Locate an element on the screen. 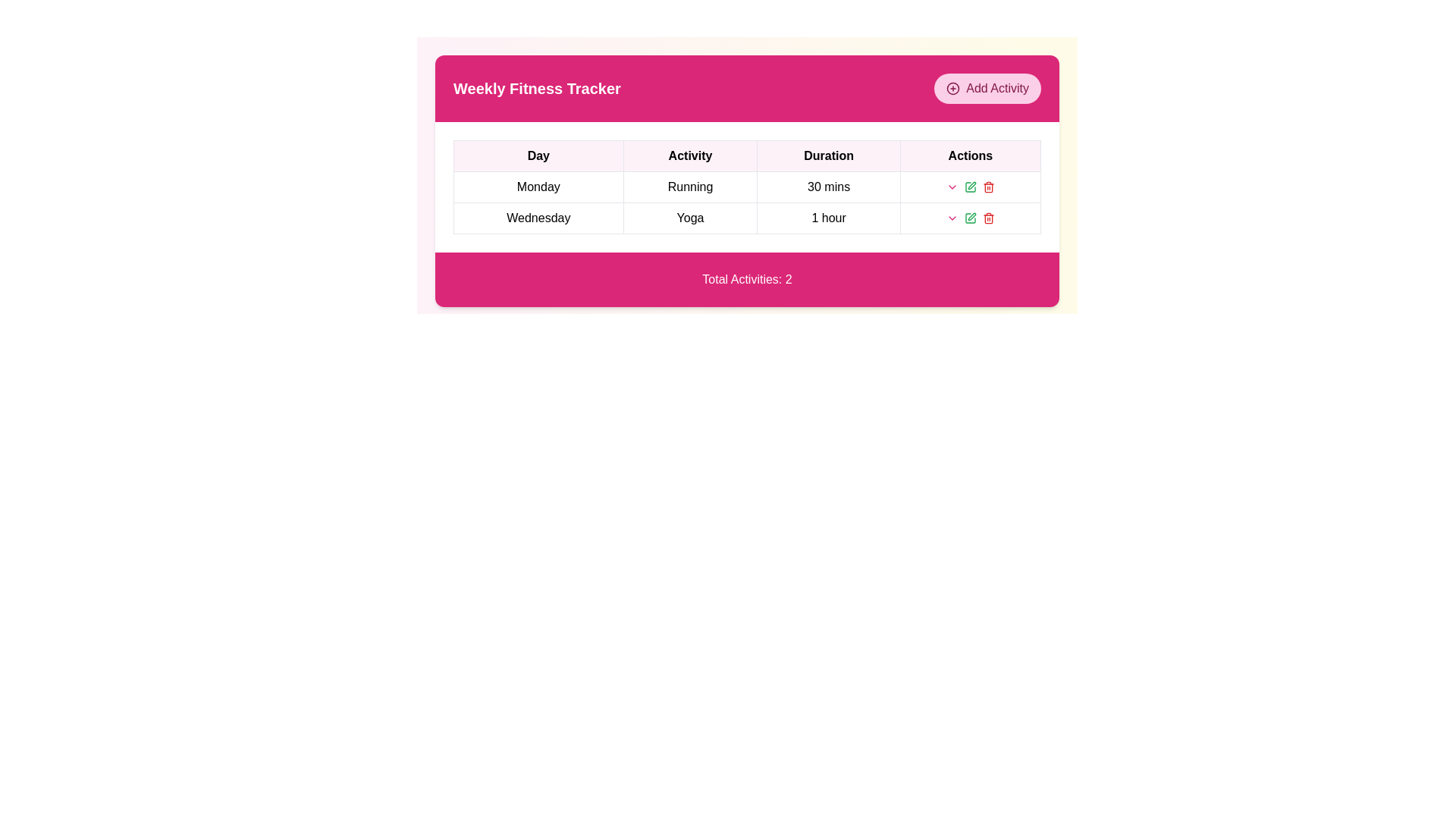  displayed text from the Label/Text Display located under the 'Activity' column in the first row of the weekly schedule table, positioned between 'Monday' and '30 mins' is located at coordinates (689, 186).